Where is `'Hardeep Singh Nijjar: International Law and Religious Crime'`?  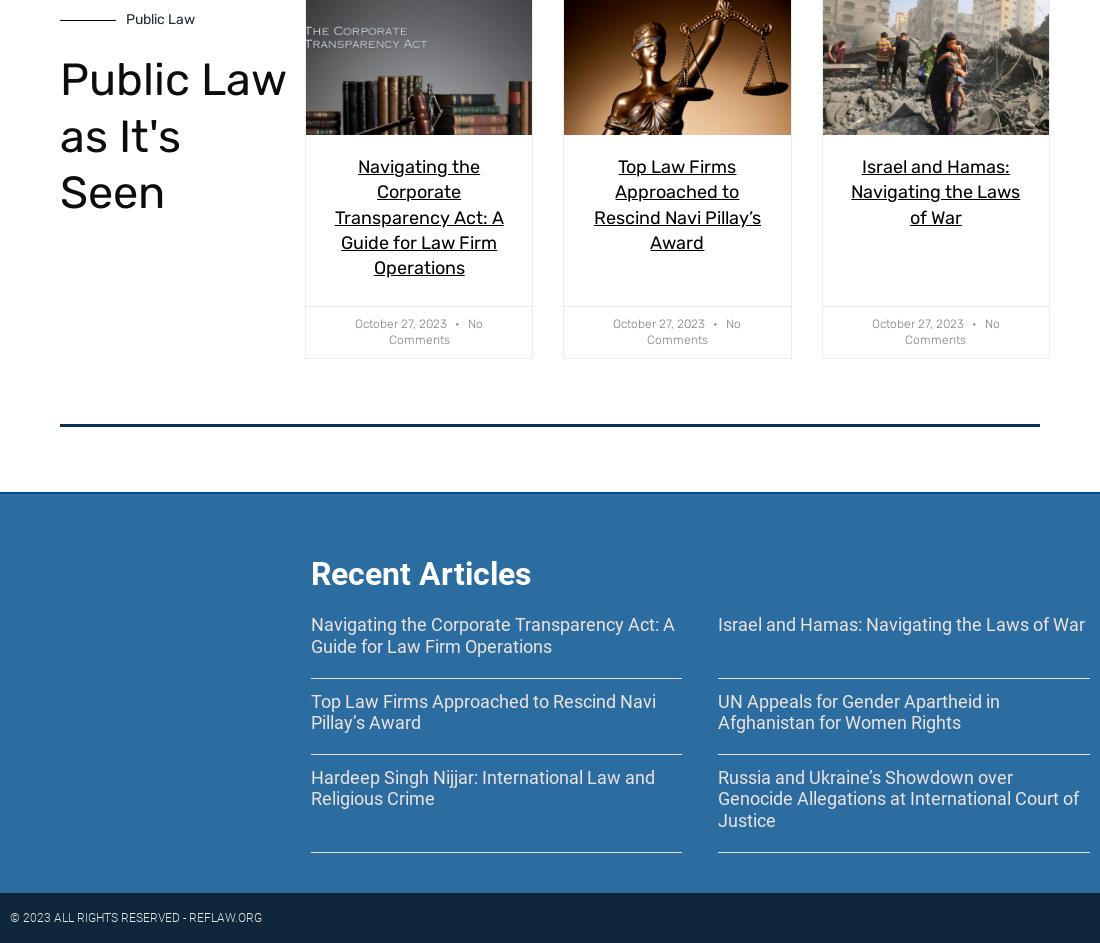
'Hardeep Singh Nijjar: International Law and Religious Crime' is located at coordinates (482, 786).